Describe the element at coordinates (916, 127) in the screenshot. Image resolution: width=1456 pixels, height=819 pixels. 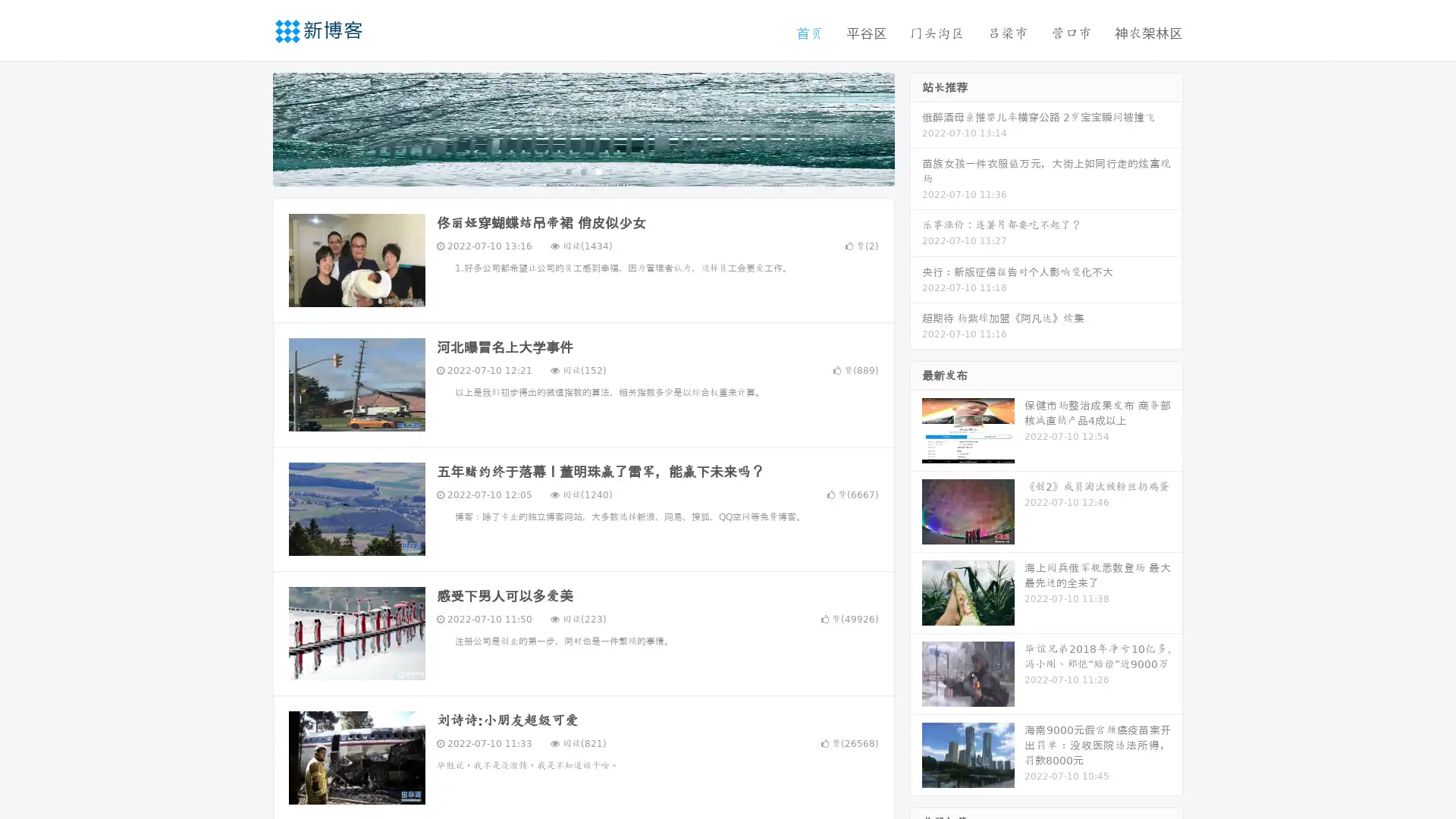
I see `Next slide` at that location.